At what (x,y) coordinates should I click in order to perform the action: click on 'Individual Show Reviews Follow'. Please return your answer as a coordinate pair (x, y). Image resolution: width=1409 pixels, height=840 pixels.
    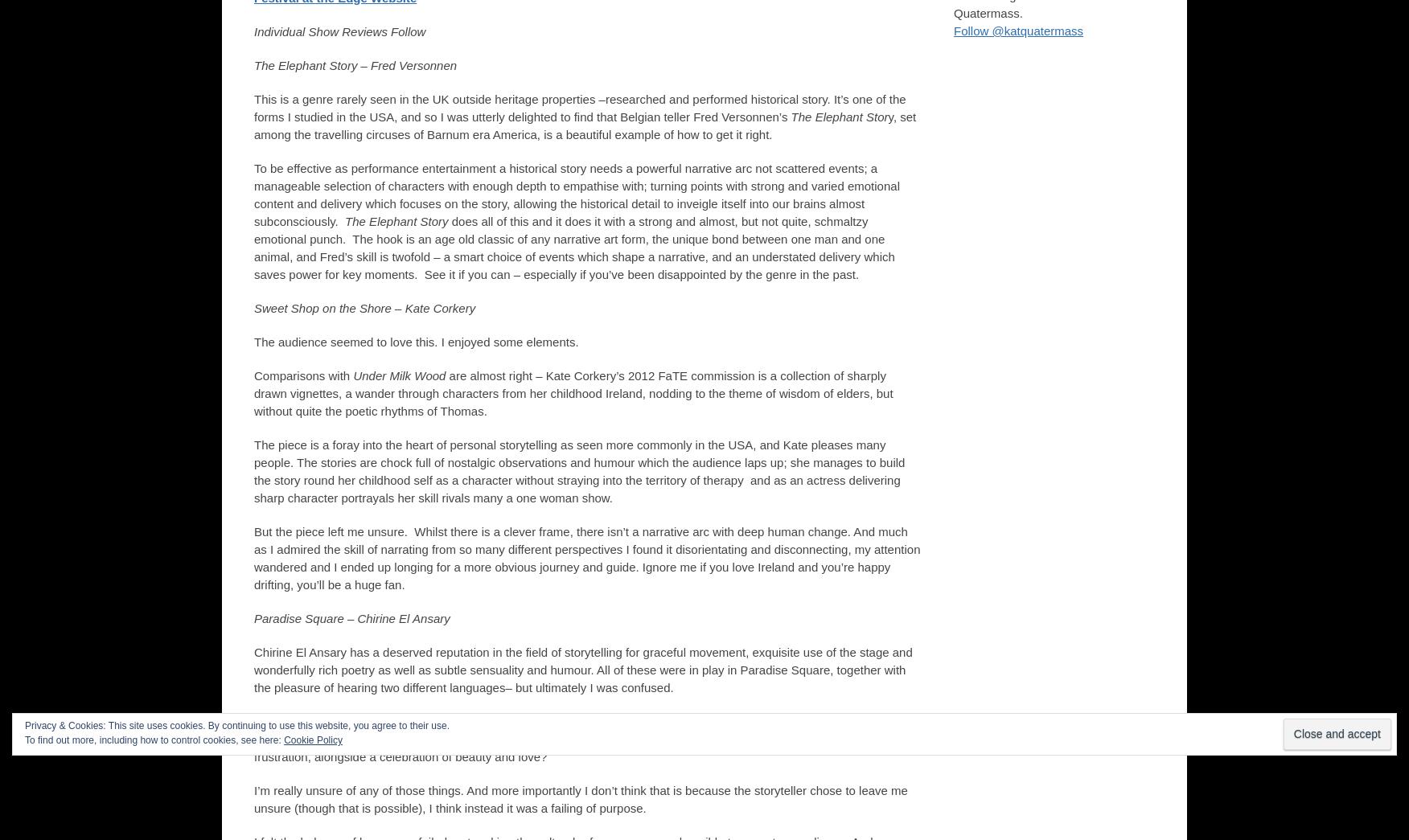
    Looking at the image, I should click on (339, 31).